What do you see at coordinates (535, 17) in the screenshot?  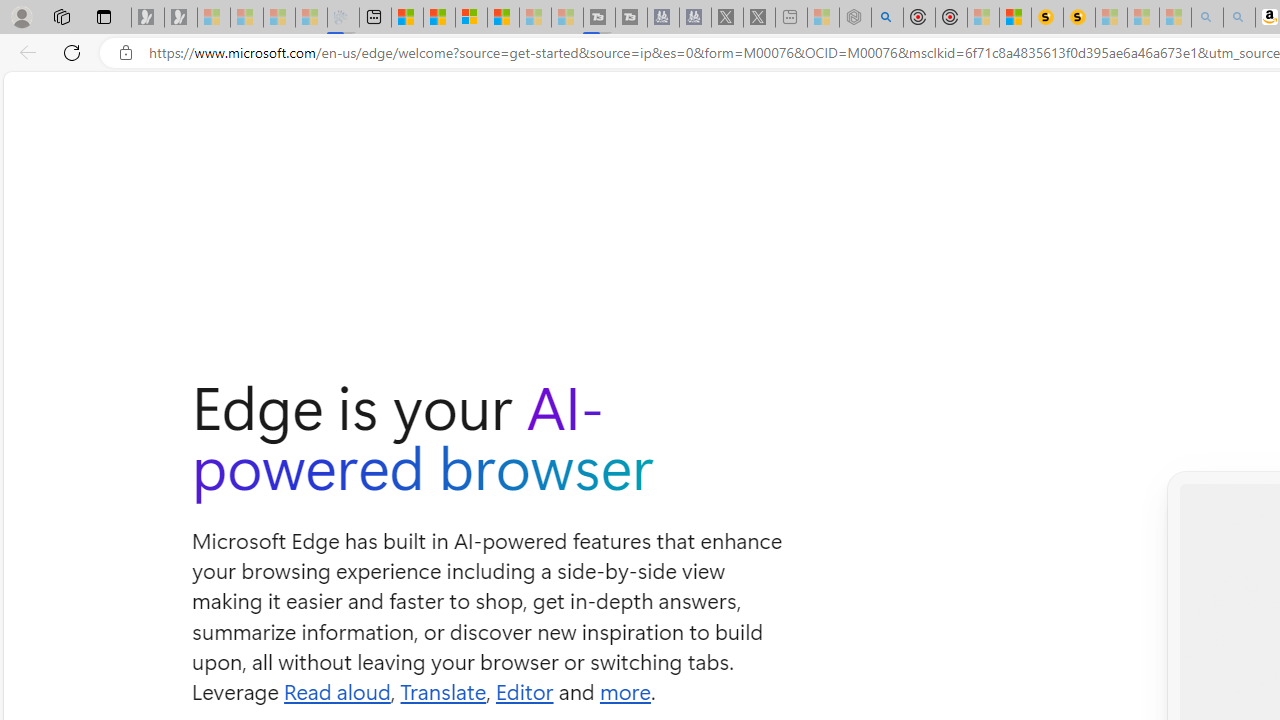 I see `'Microsoft Start - Sleeping'` at bounding box center [535, 17].